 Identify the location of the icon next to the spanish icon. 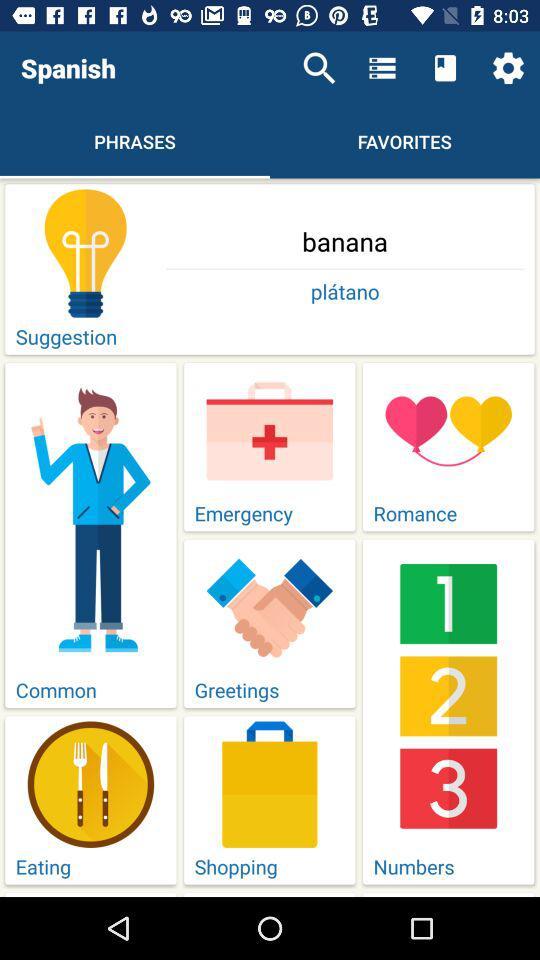
(319, 68).